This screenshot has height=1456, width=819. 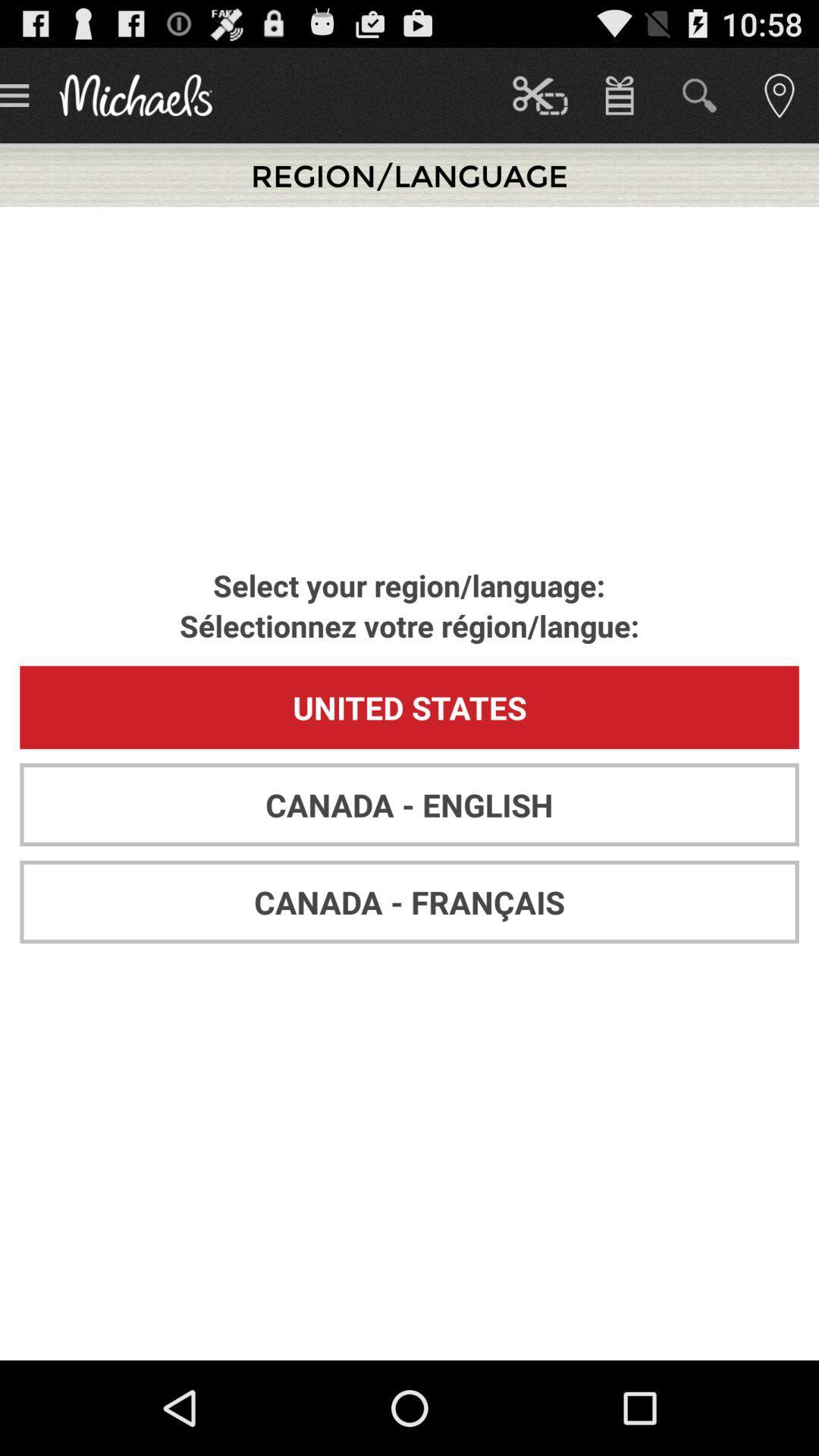 What do you see at coordinates (409, 804) in the screenshot?
I see `the app below united states` at bounding box center [409, 804].